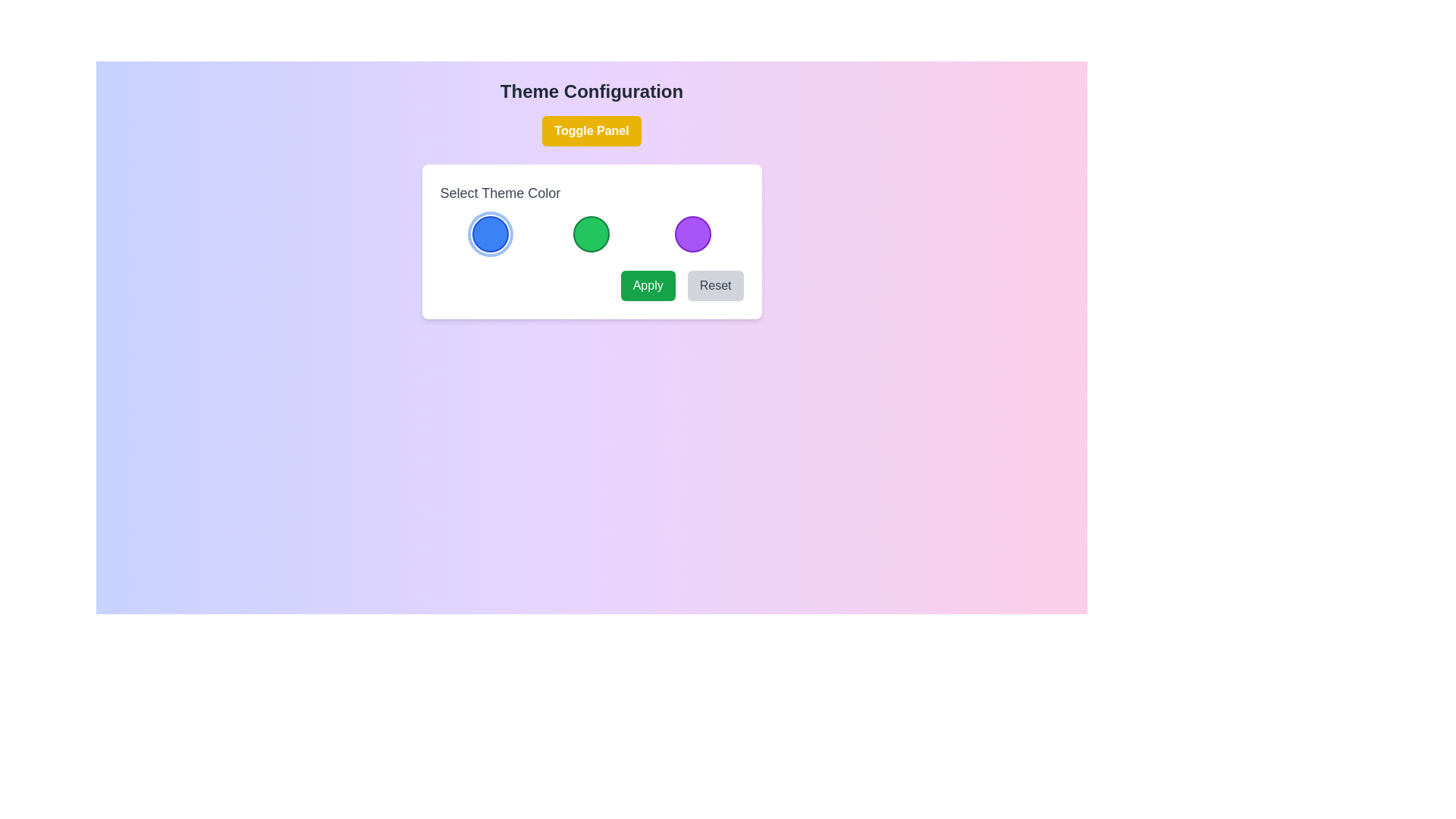 This screenshot has height=819, width=1456. Describe the element at coordinates (491, 234) in the screenshot. I see `the circular blue button with a dark blue border` at that location.